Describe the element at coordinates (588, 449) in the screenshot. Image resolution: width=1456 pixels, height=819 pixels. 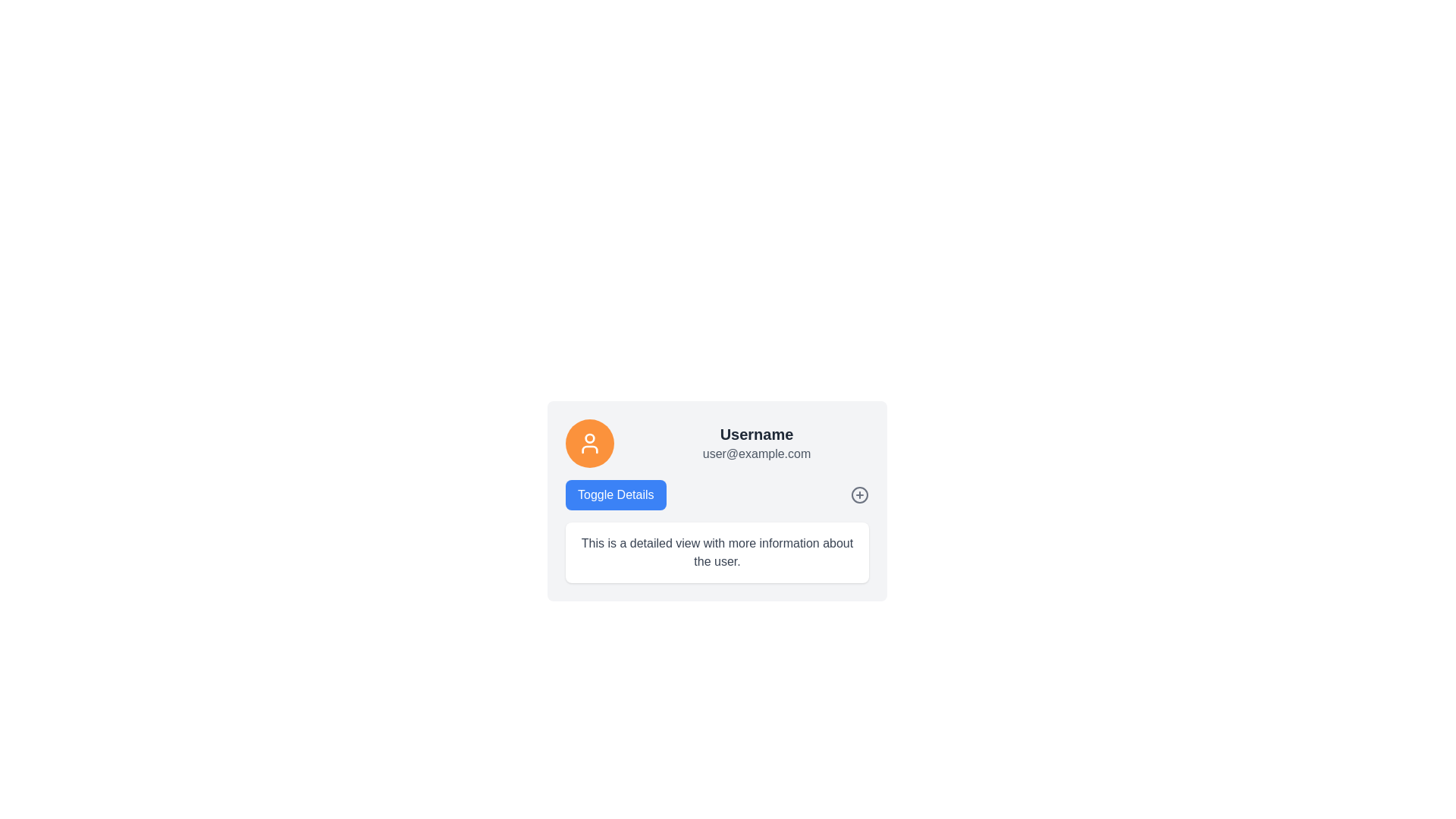
I see `the lower part of the user icon within the circular avatar at the top-left area of the user information card` at that location.